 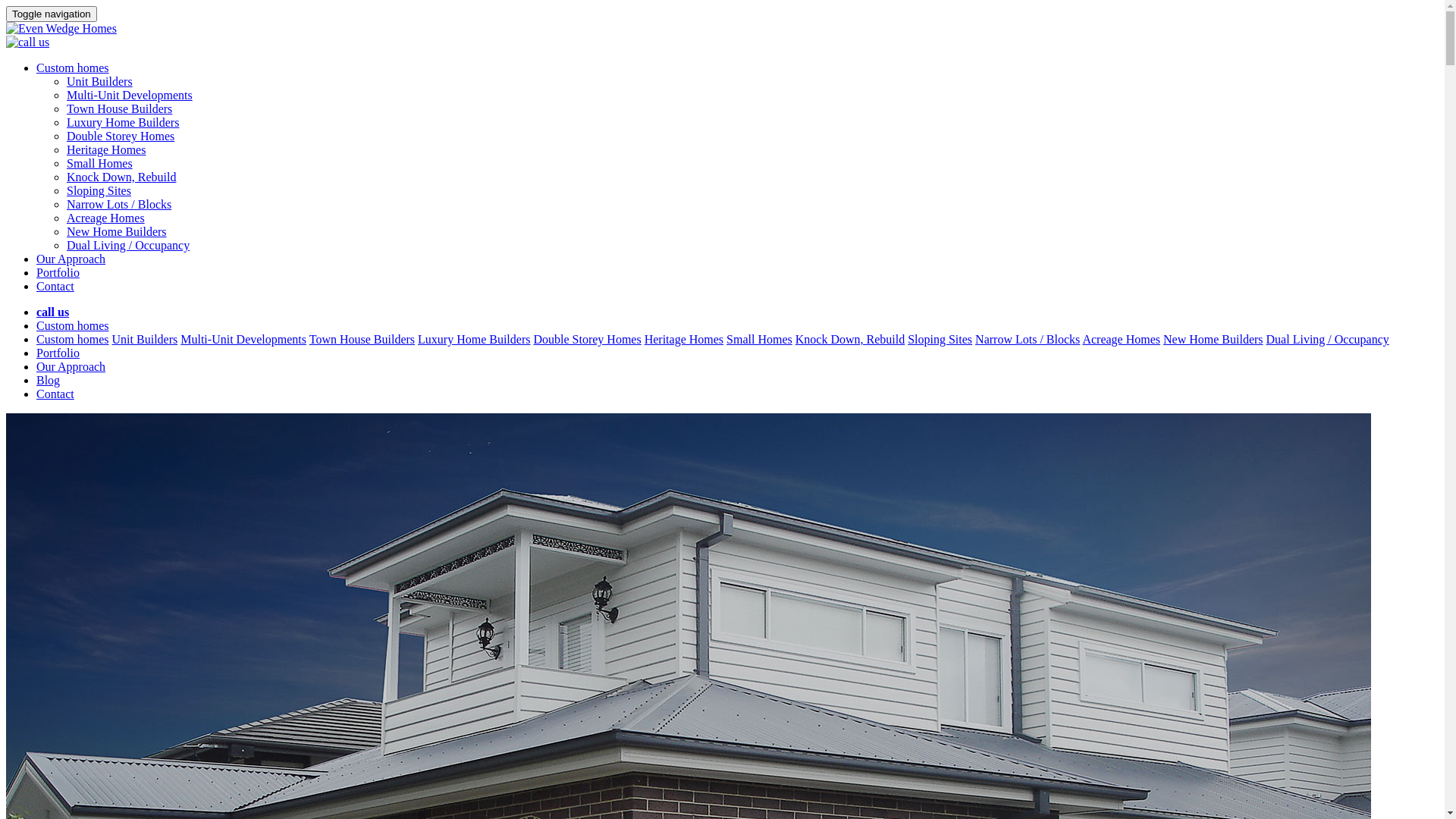 I want to click on 'Sloping Sites', so click(x=98, y=190).